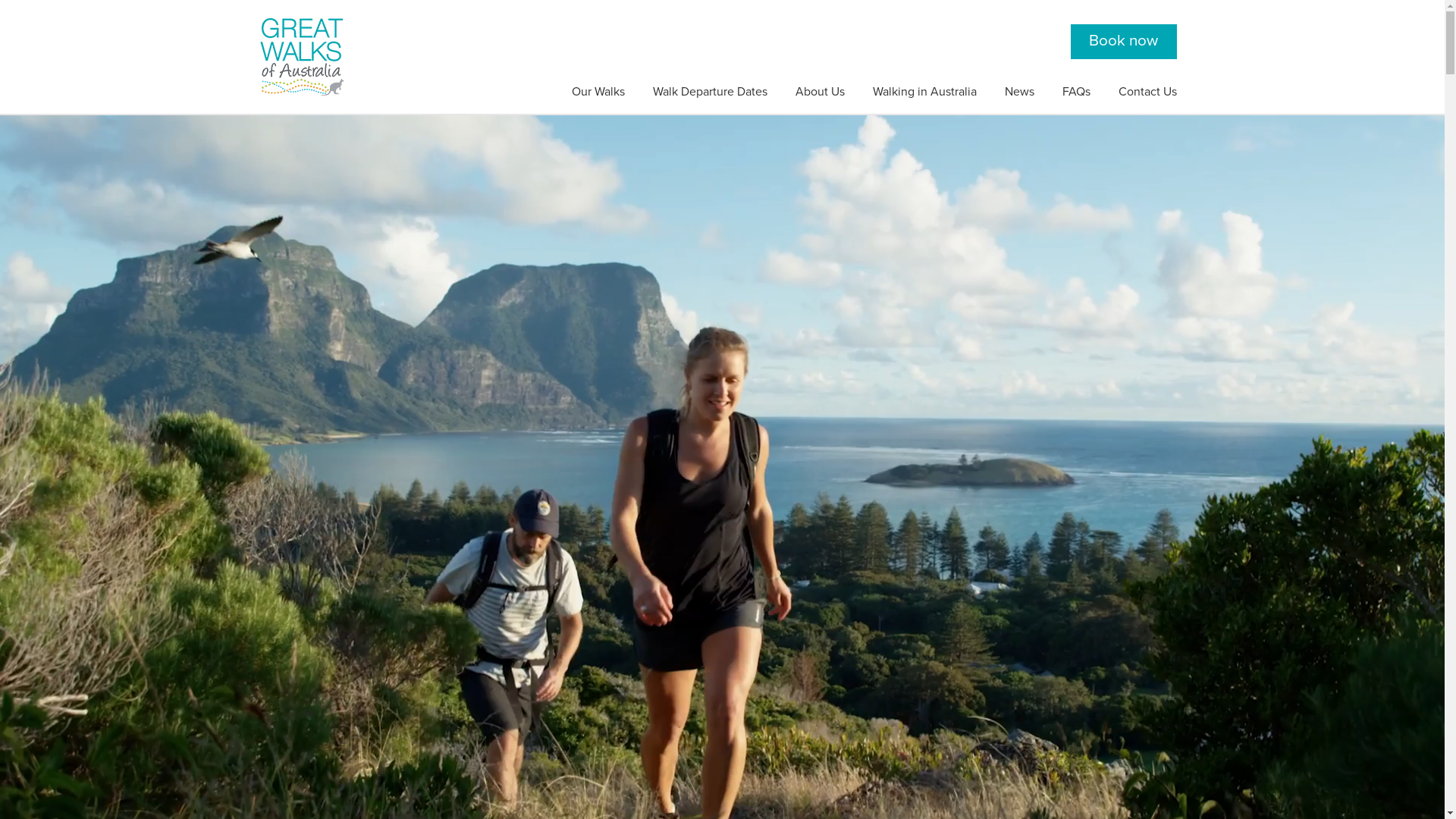 This screenshot has width=1456, height=819. I want to click on 'About Us', so click(818, 93).